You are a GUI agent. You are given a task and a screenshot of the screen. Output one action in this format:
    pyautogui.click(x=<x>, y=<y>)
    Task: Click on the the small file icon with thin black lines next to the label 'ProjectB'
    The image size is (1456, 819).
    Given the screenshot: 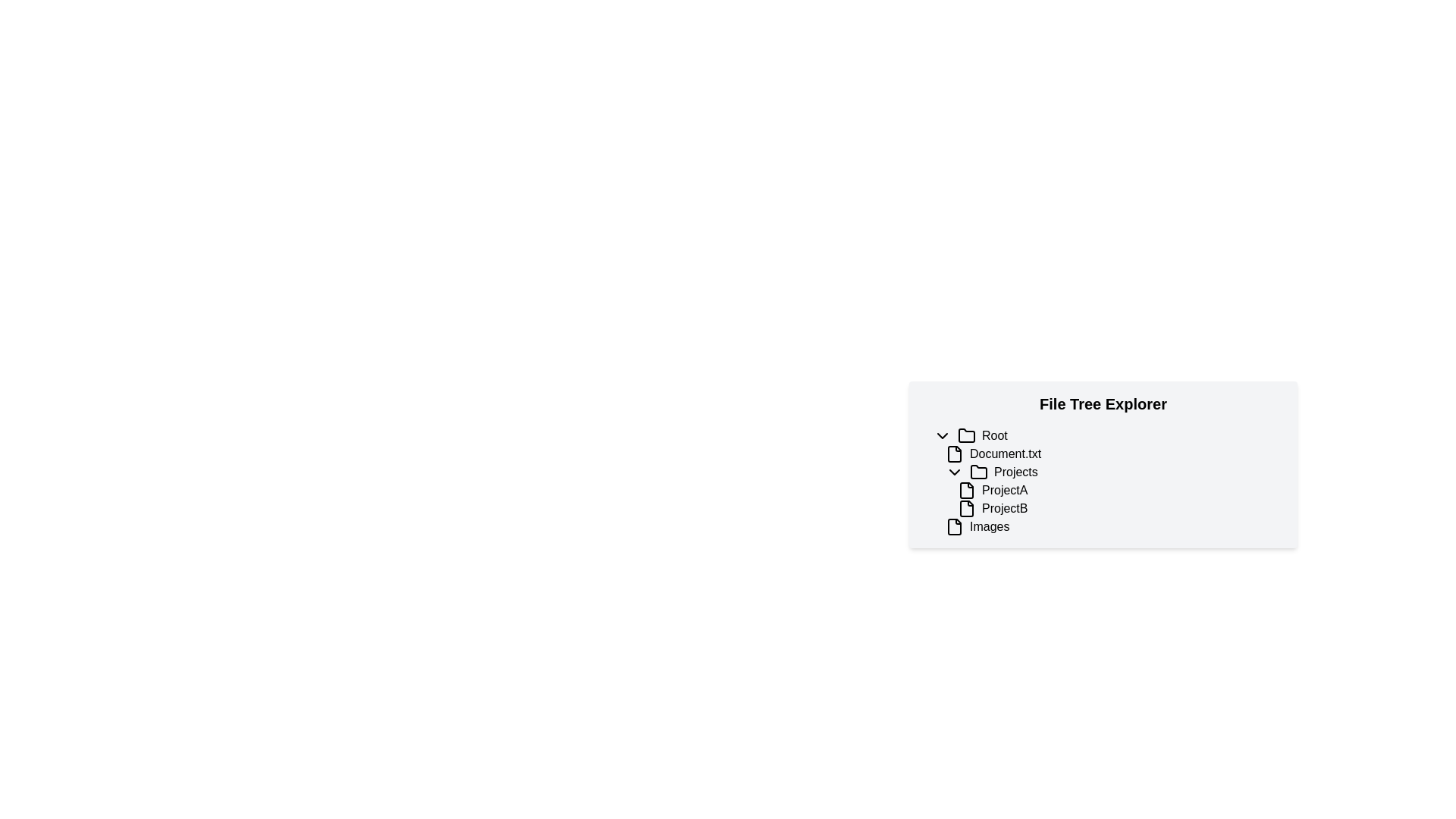 What is the action you would take?
    pyautogui.click(x=966, y=509)
    